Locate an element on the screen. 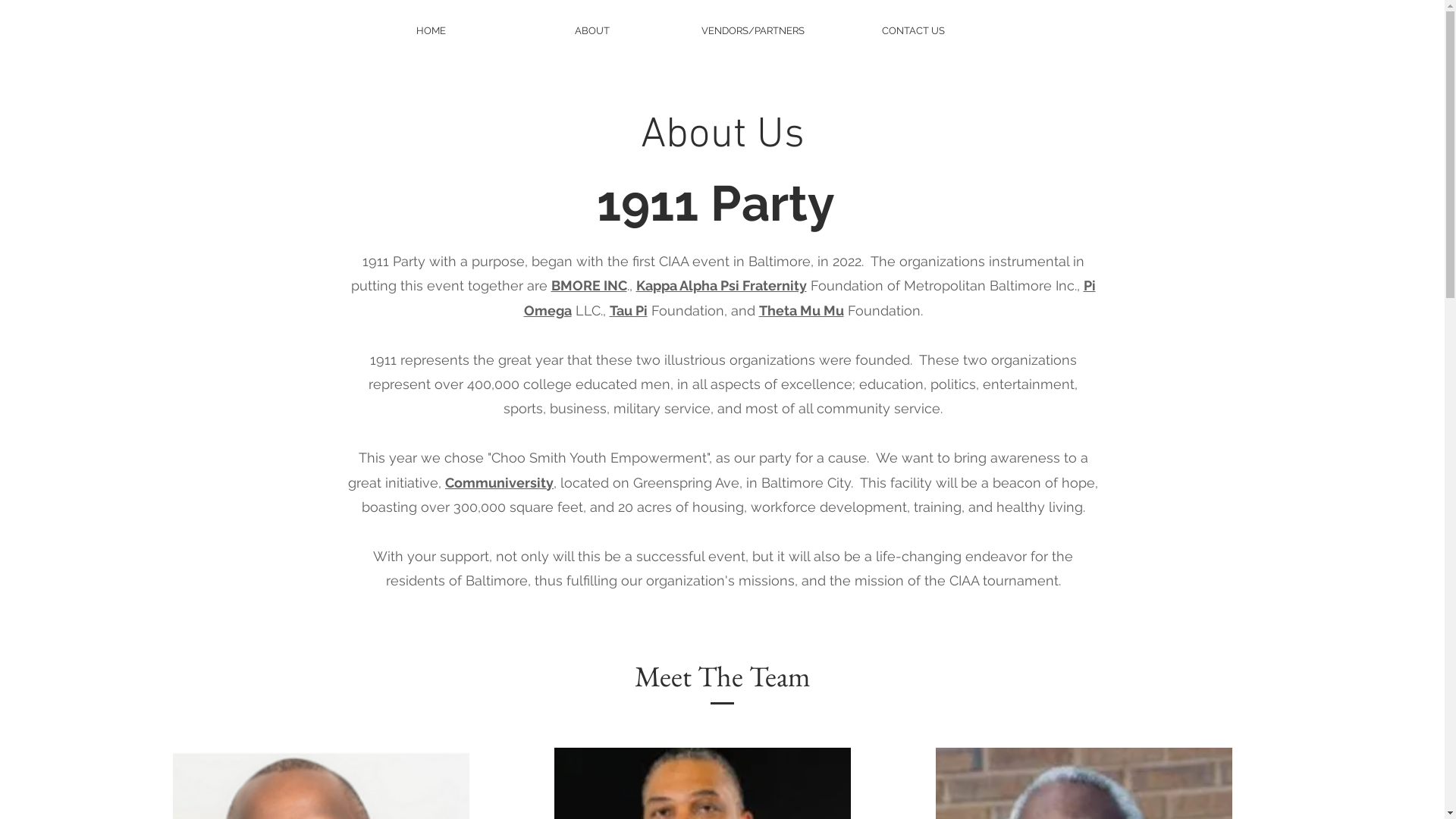 The width and height of the screenshot is (1456, 819). 'CONTACT US' is located at coordinates (836, 30).